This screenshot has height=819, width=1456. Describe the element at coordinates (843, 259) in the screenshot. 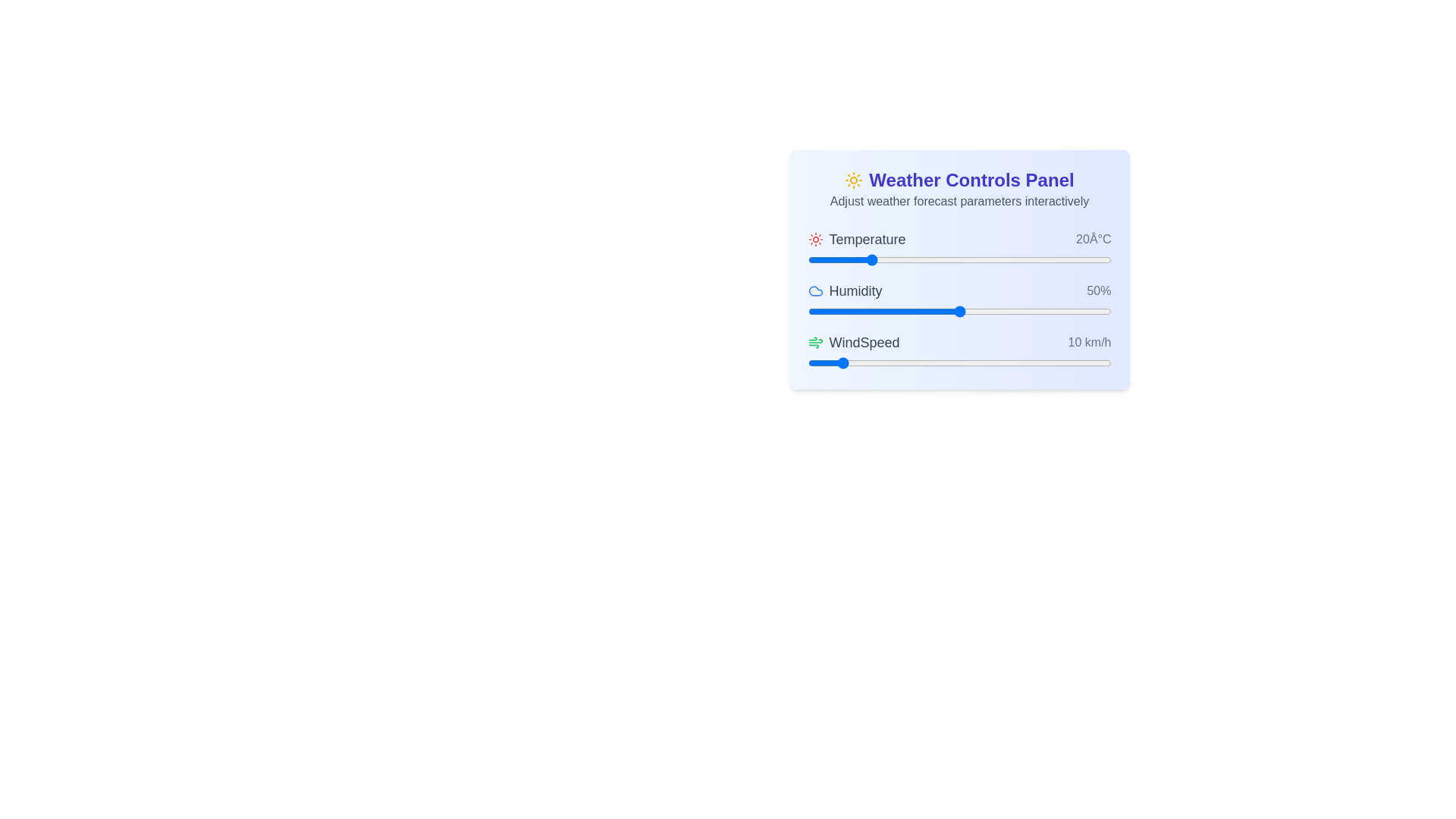

I see `the temperature slider to set the temperature to -13°C` at that location.